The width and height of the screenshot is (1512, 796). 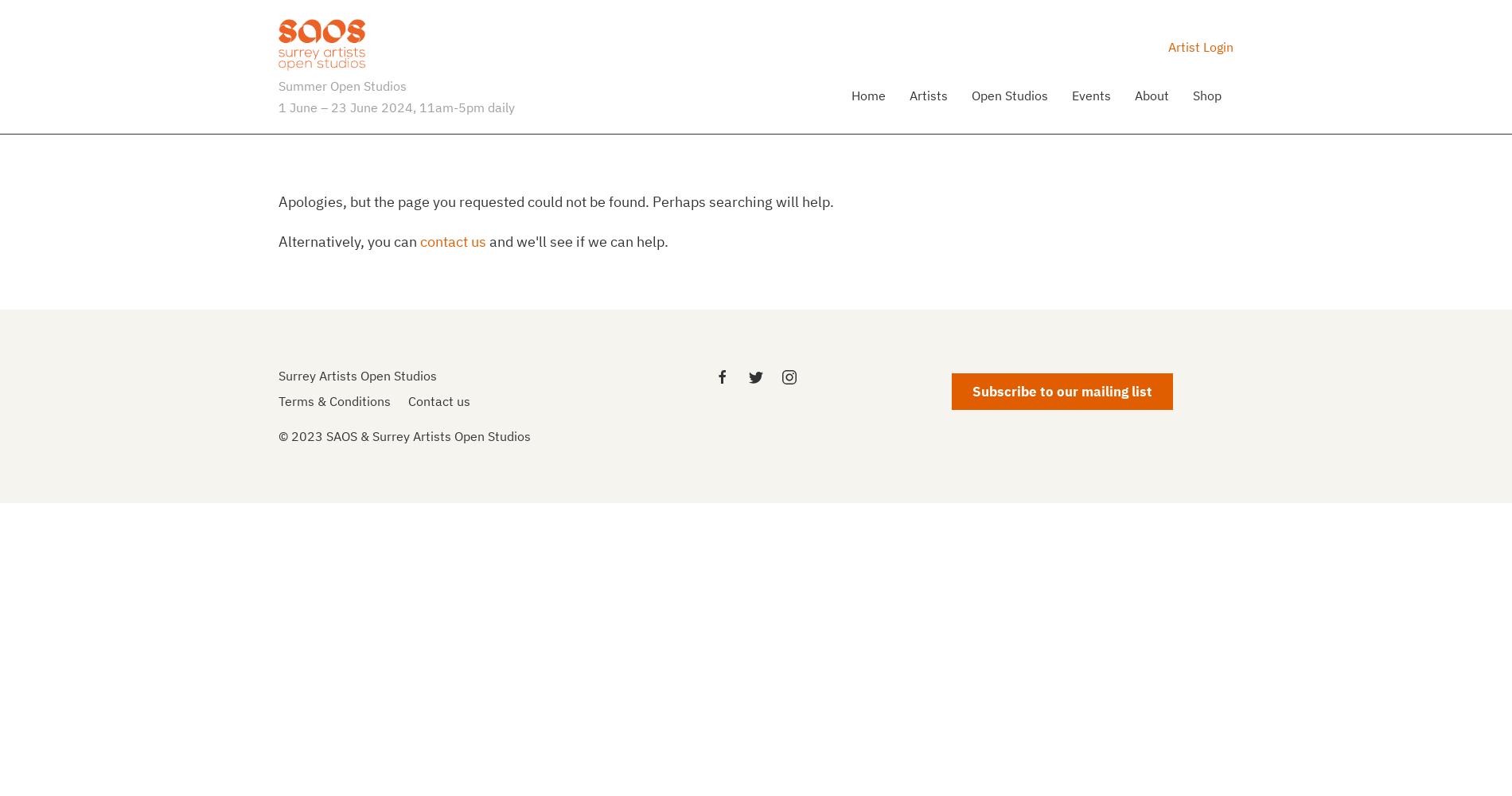 I want to click on 'contact us', so click(x=453, y=241).